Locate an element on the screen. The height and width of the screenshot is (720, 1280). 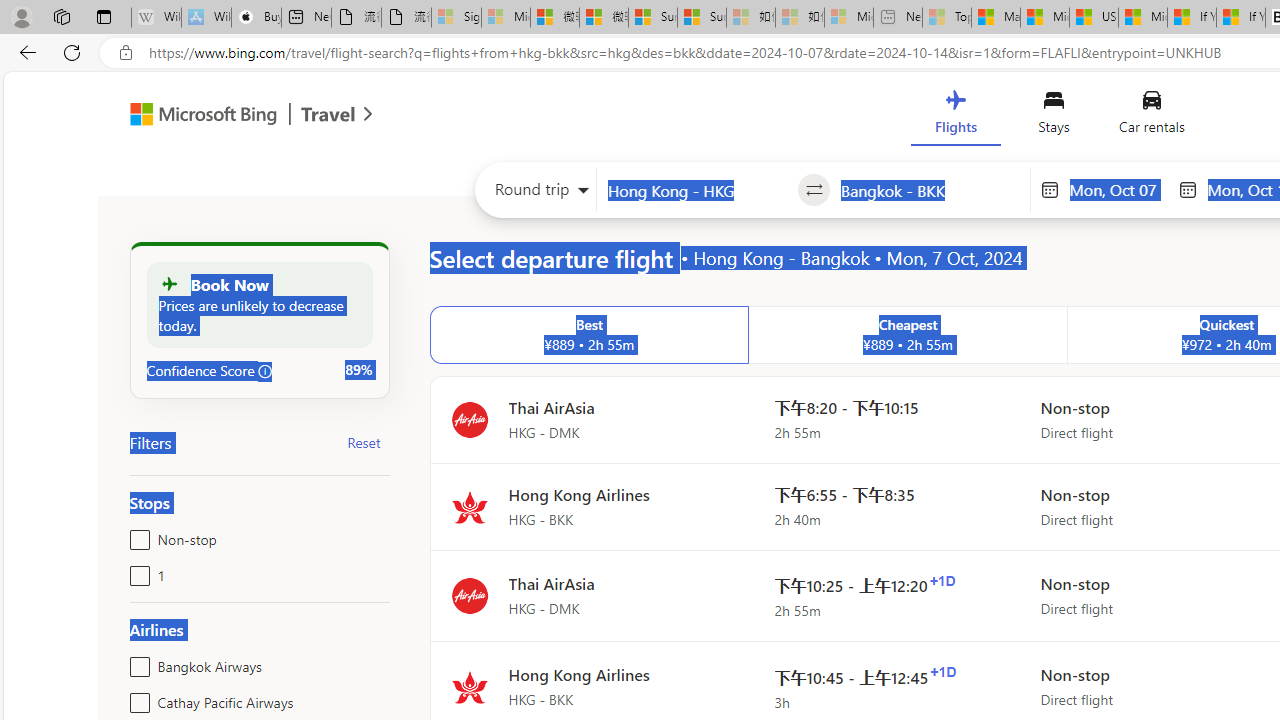
'Start Date' is located at coordinates (1117, 189).